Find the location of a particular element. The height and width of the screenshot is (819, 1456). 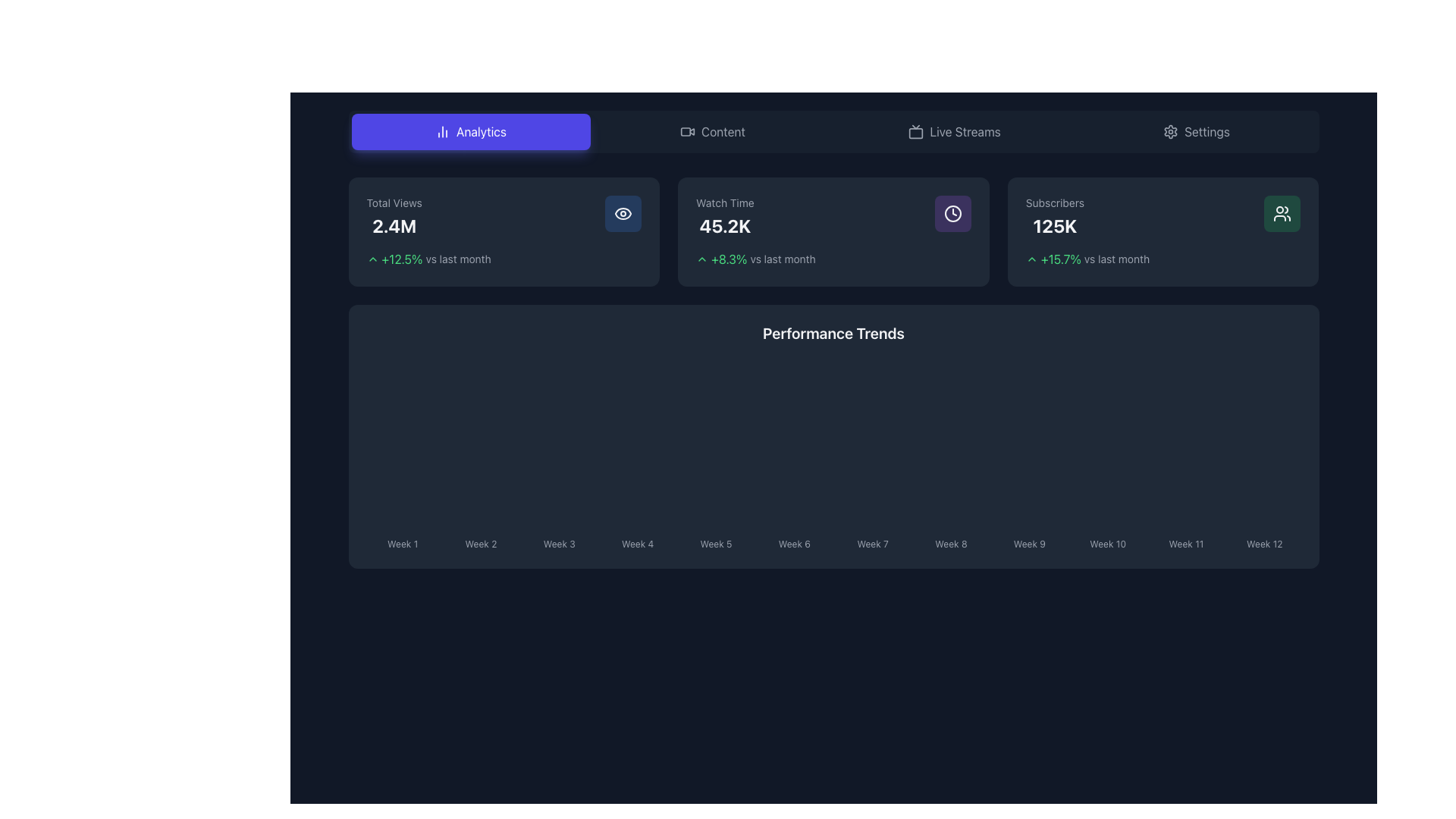

the 'Watch Time' icon located to the right of the '45.2K' text, which represents time-related metrics is located at coordinates (952, 213).